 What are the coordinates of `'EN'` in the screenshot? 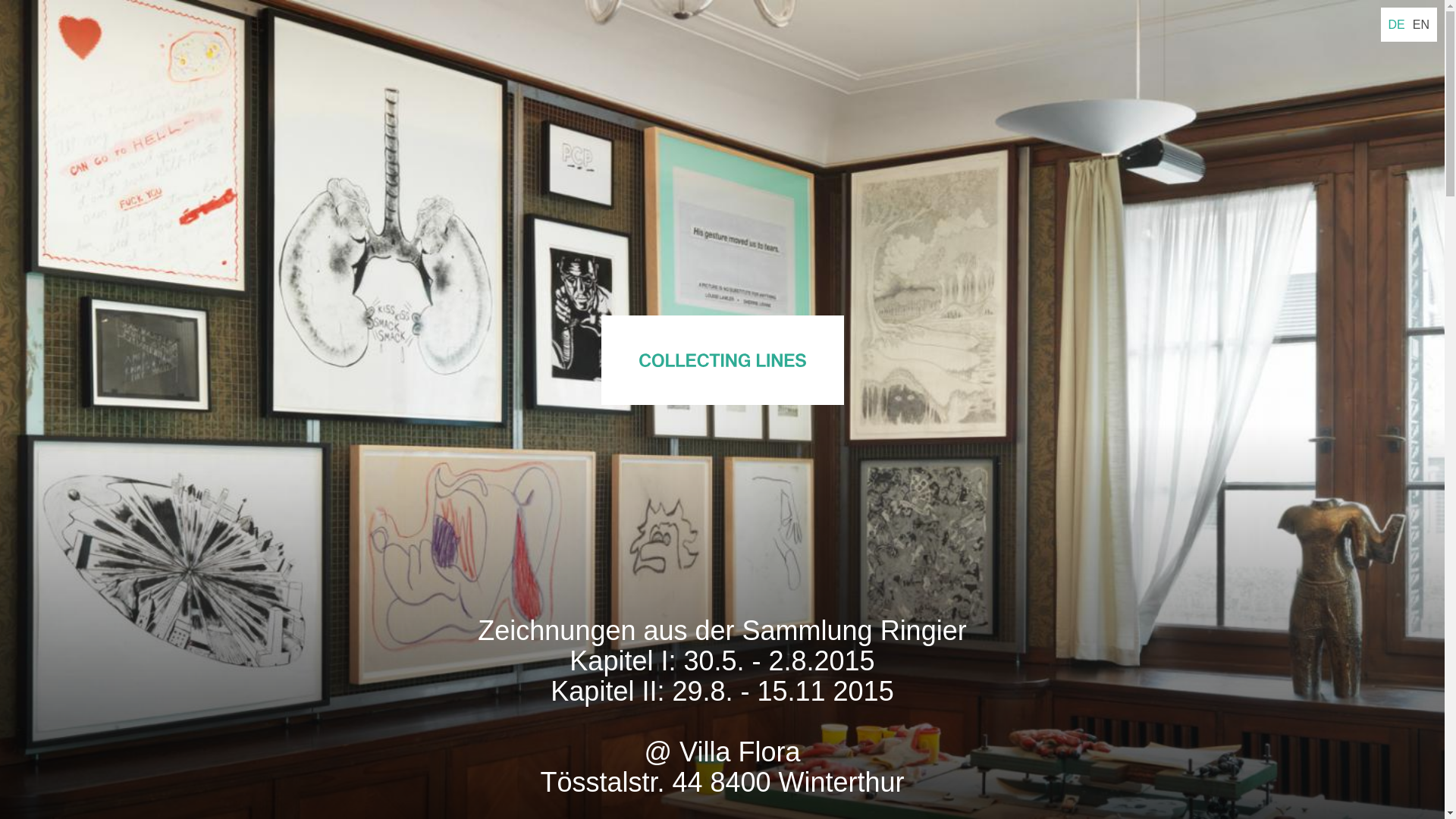 It's located at (1420, 24).